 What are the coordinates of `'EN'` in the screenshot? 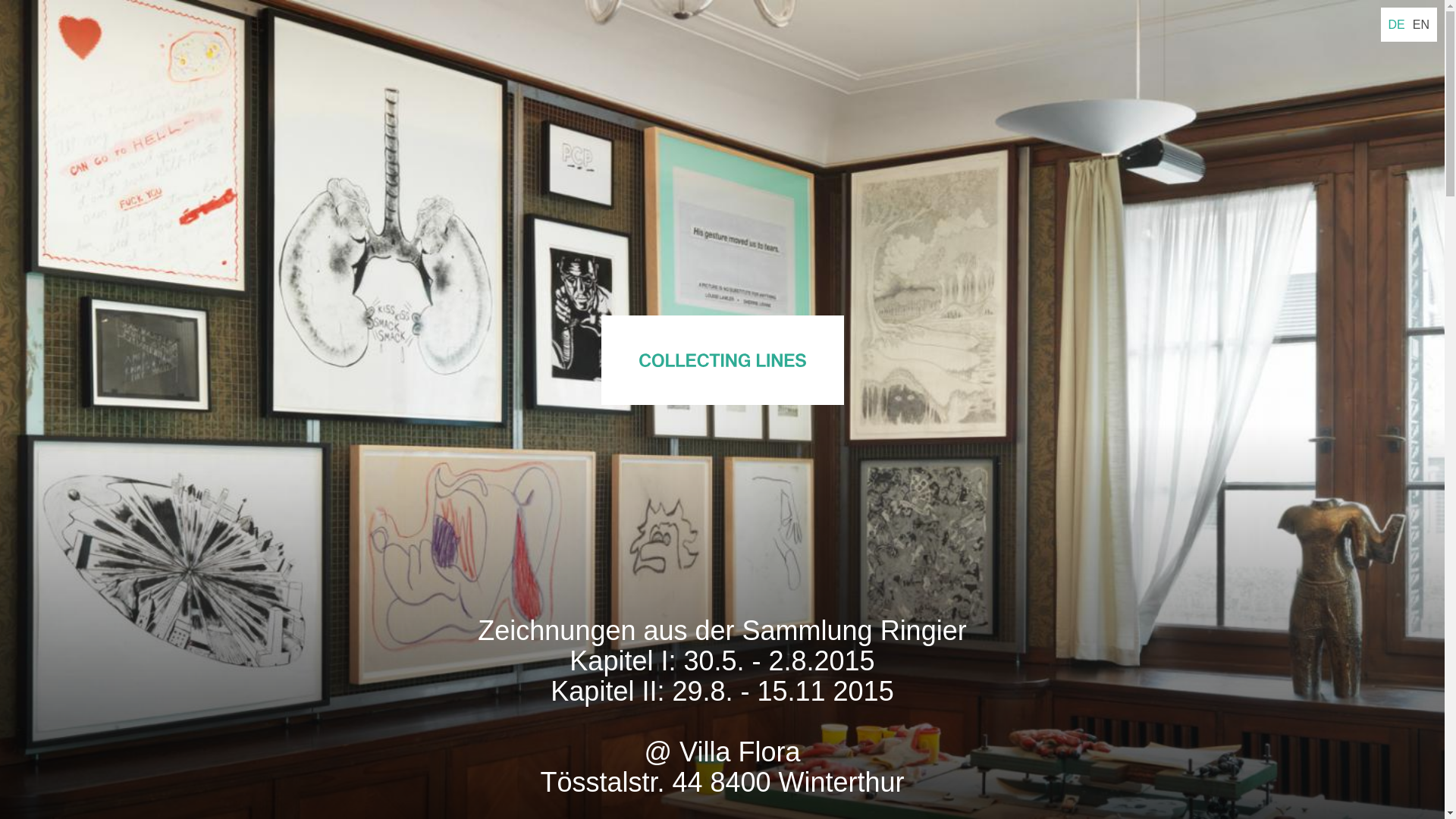 It's located at (1420, 24).